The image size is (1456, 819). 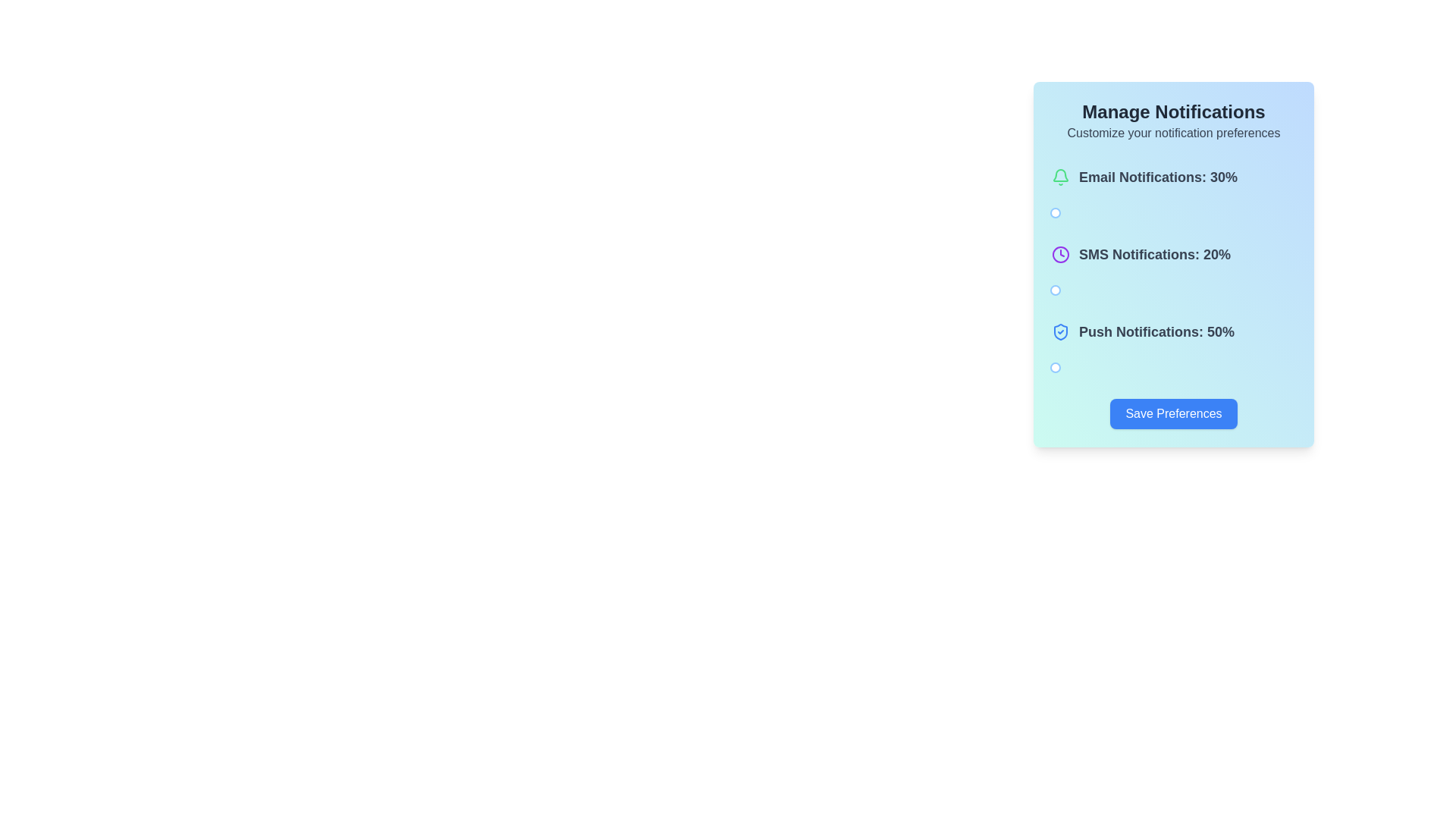 I want to click on the 'Email Notifications' label with icon that indicates a current setting of 30%, located below the 'Manage Notifications' heading, so click(x=1144, y=177).